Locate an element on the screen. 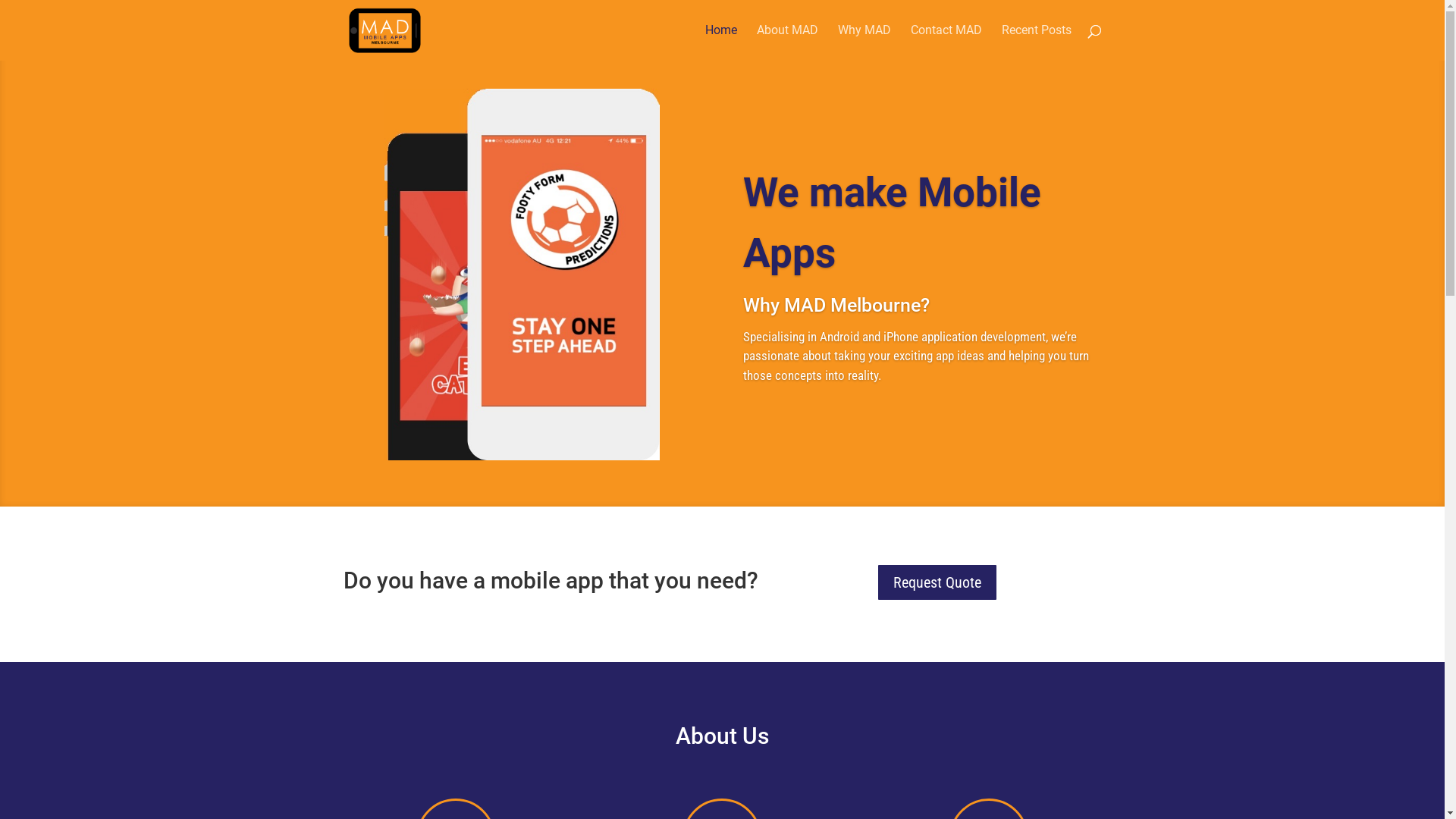 The image size is (1456, 819). 'Request Quote' is located at coordinates (937, 581).